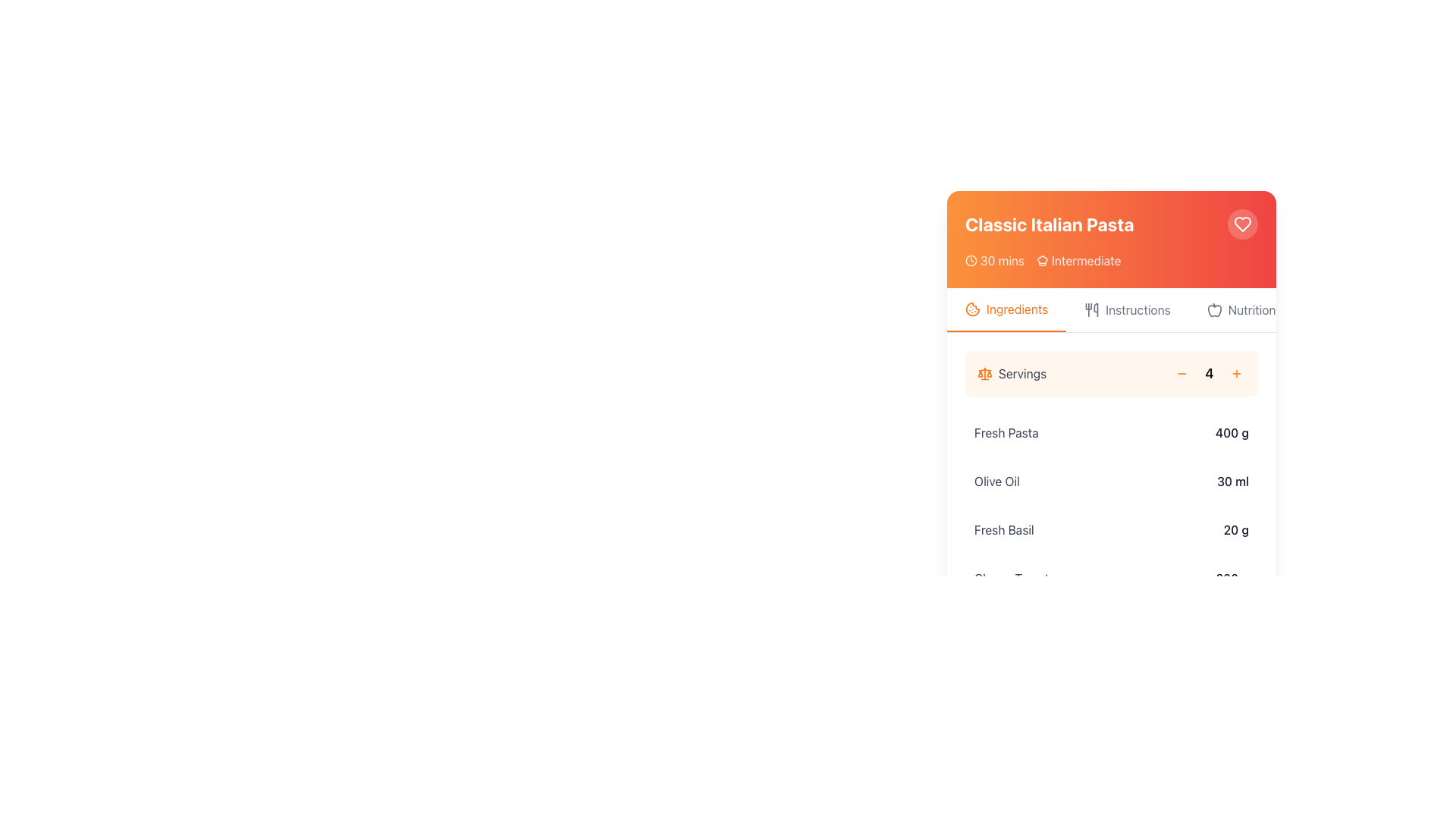  Describe the element at coordinates (1111, 239) in the screenshot. I see `the heart icon on the highlighted title bar containing 'Classic Italian Pasta'` at that location.